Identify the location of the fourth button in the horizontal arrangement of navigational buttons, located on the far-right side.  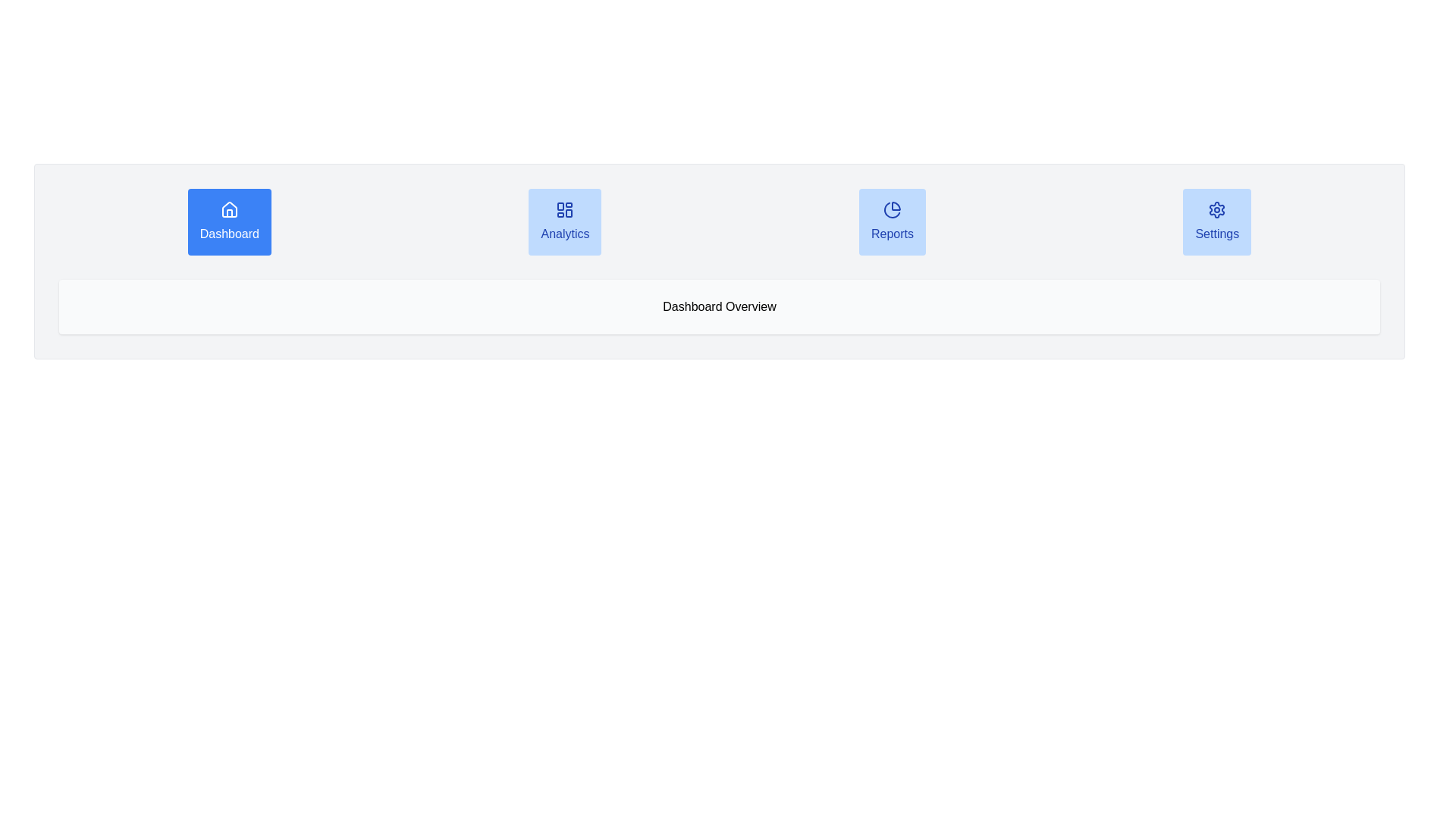
(1216, 222).